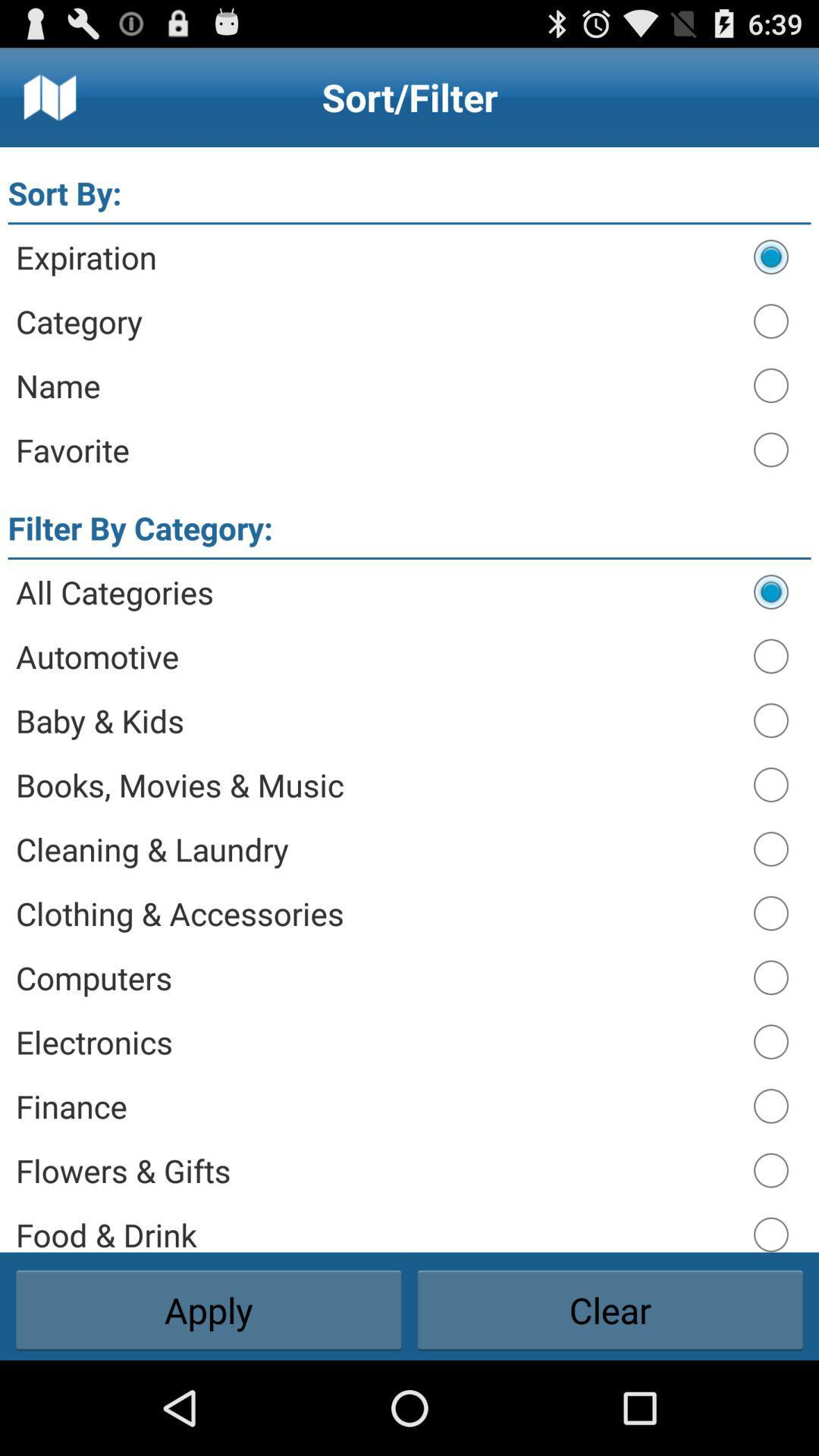  What do you see at coordinates (376, 1169) in the screenshot?
I see `flowers & gifts app` at bounding box center [376, 1169].